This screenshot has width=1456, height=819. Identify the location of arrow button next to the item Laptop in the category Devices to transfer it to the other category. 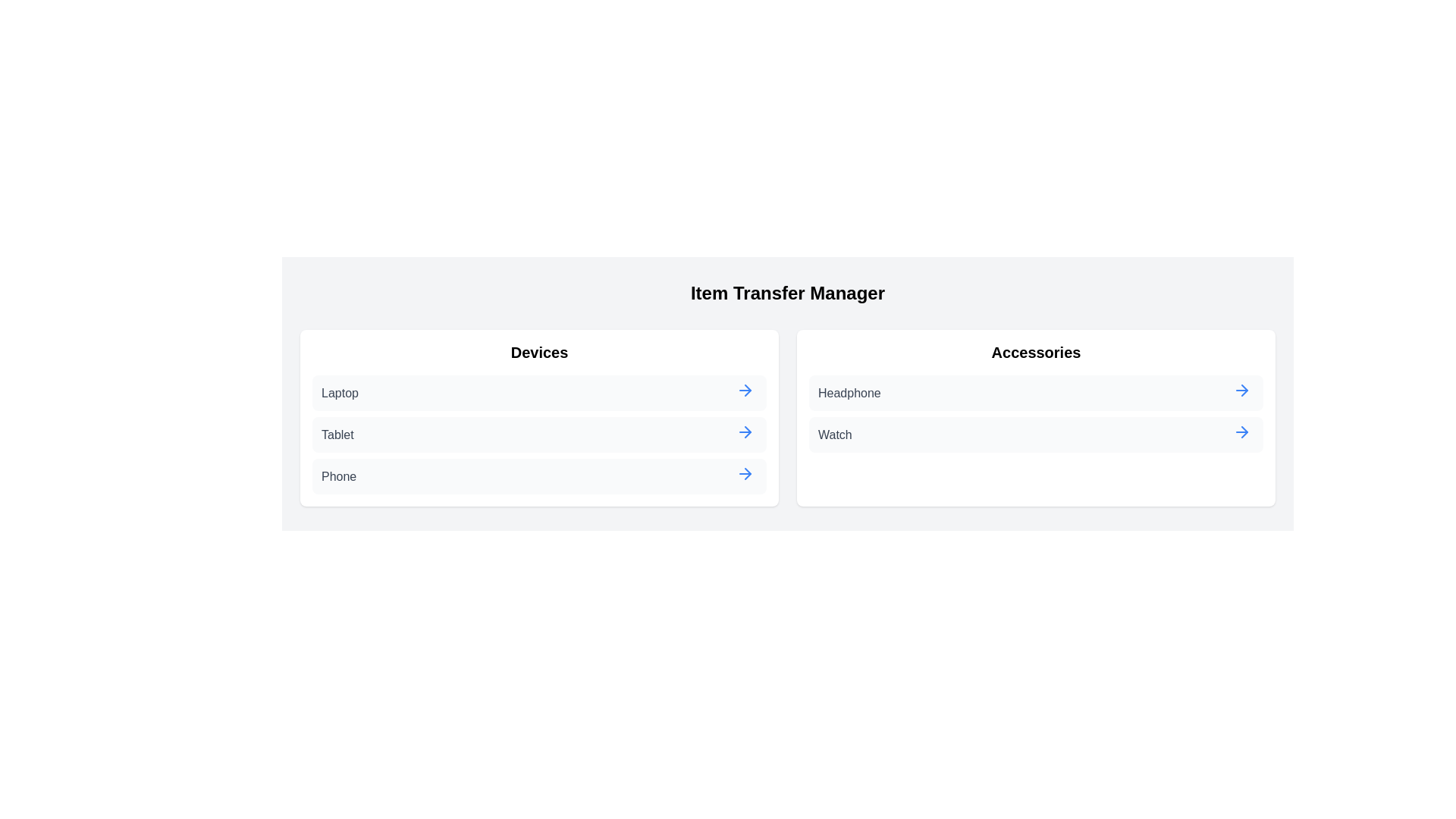
(745, 390).